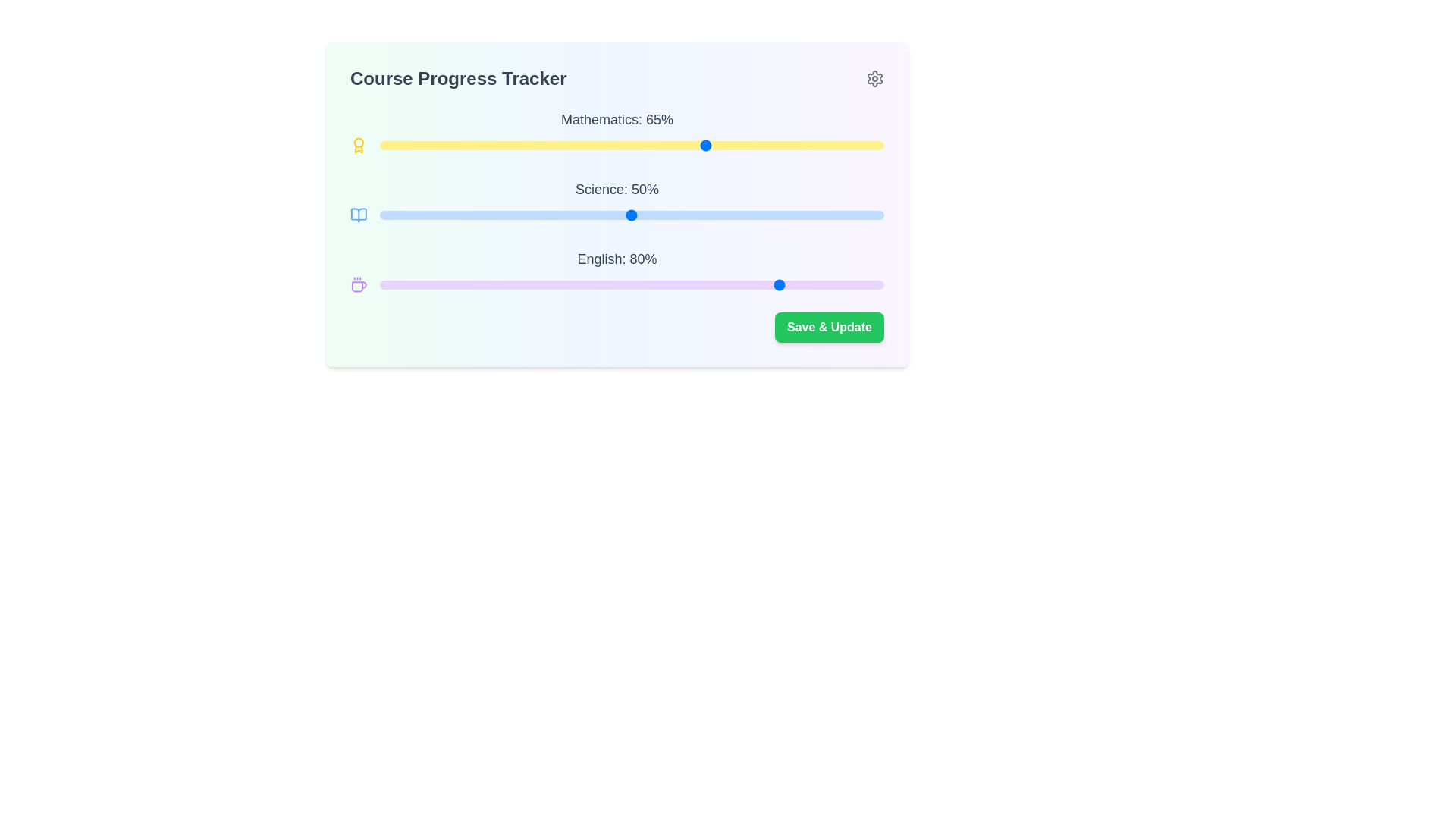 This screenshot has height=819, width=1456. What do you see at coordinates (384, 284) in the screenshot?
I see `the English progress` at bounding box center [384, 284].